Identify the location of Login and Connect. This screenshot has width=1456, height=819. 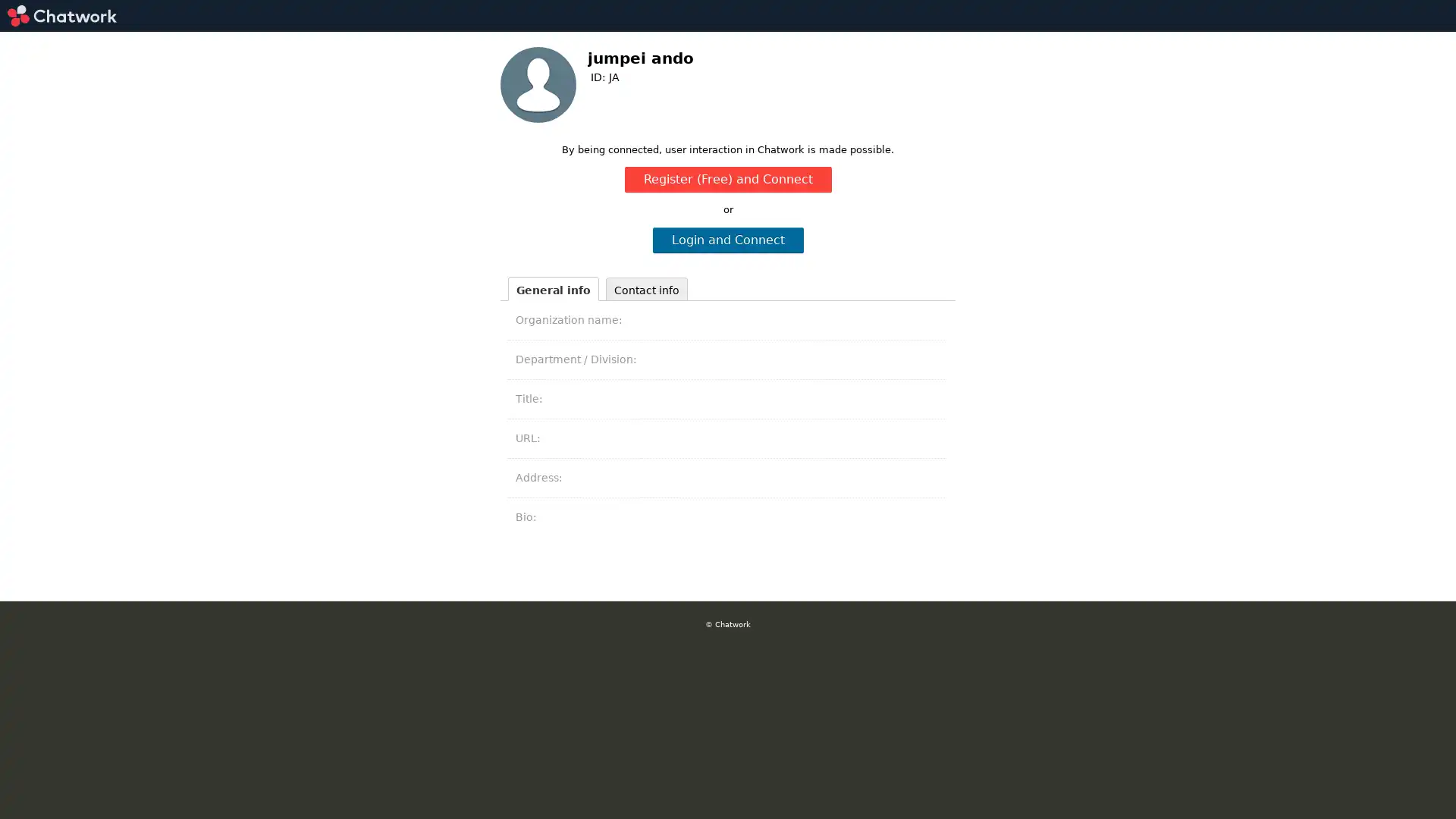
(726, 239).